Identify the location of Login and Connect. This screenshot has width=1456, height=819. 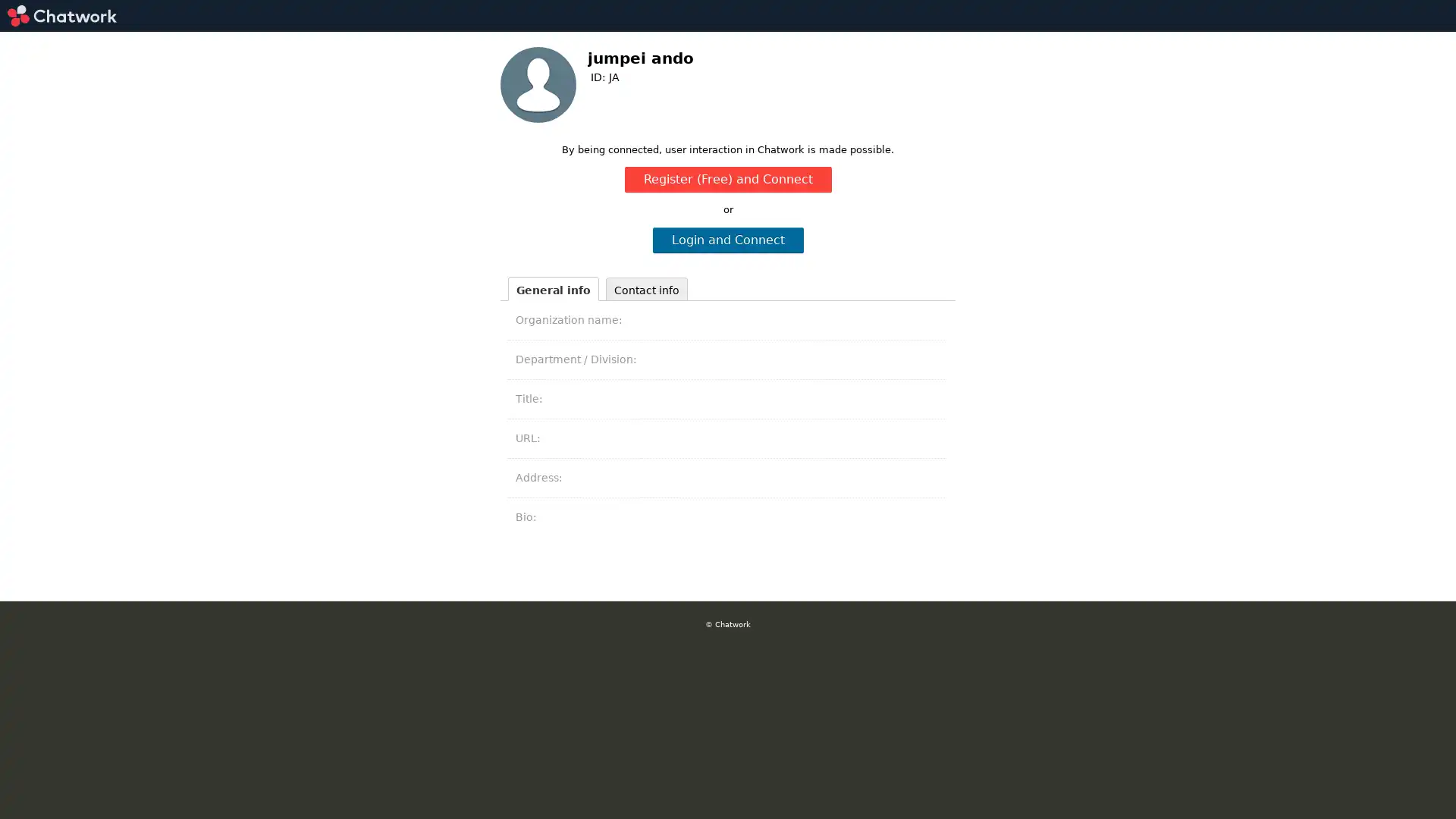
(726, 239).